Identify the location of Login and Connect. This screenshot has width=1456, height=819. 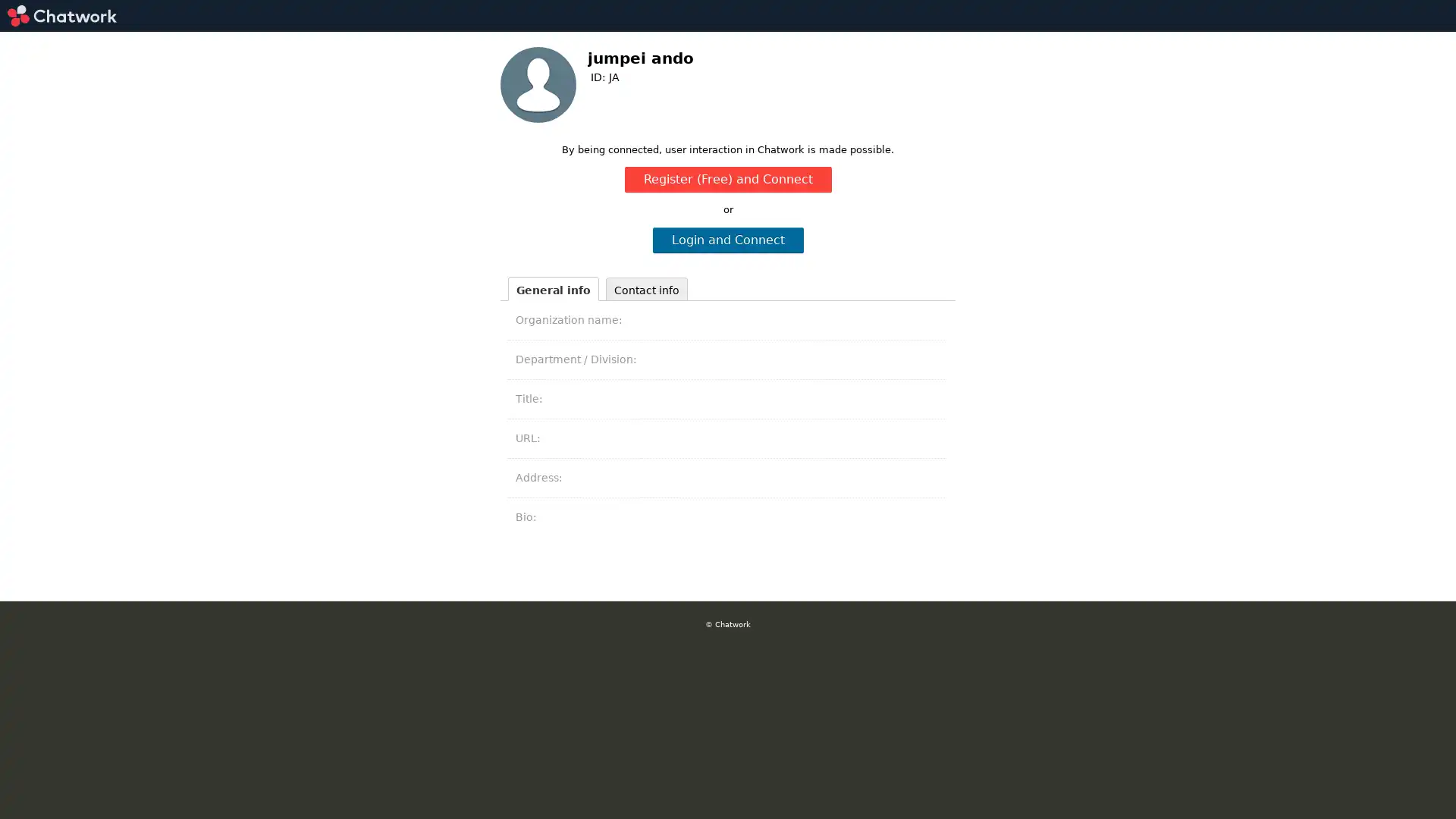
(726, 239).